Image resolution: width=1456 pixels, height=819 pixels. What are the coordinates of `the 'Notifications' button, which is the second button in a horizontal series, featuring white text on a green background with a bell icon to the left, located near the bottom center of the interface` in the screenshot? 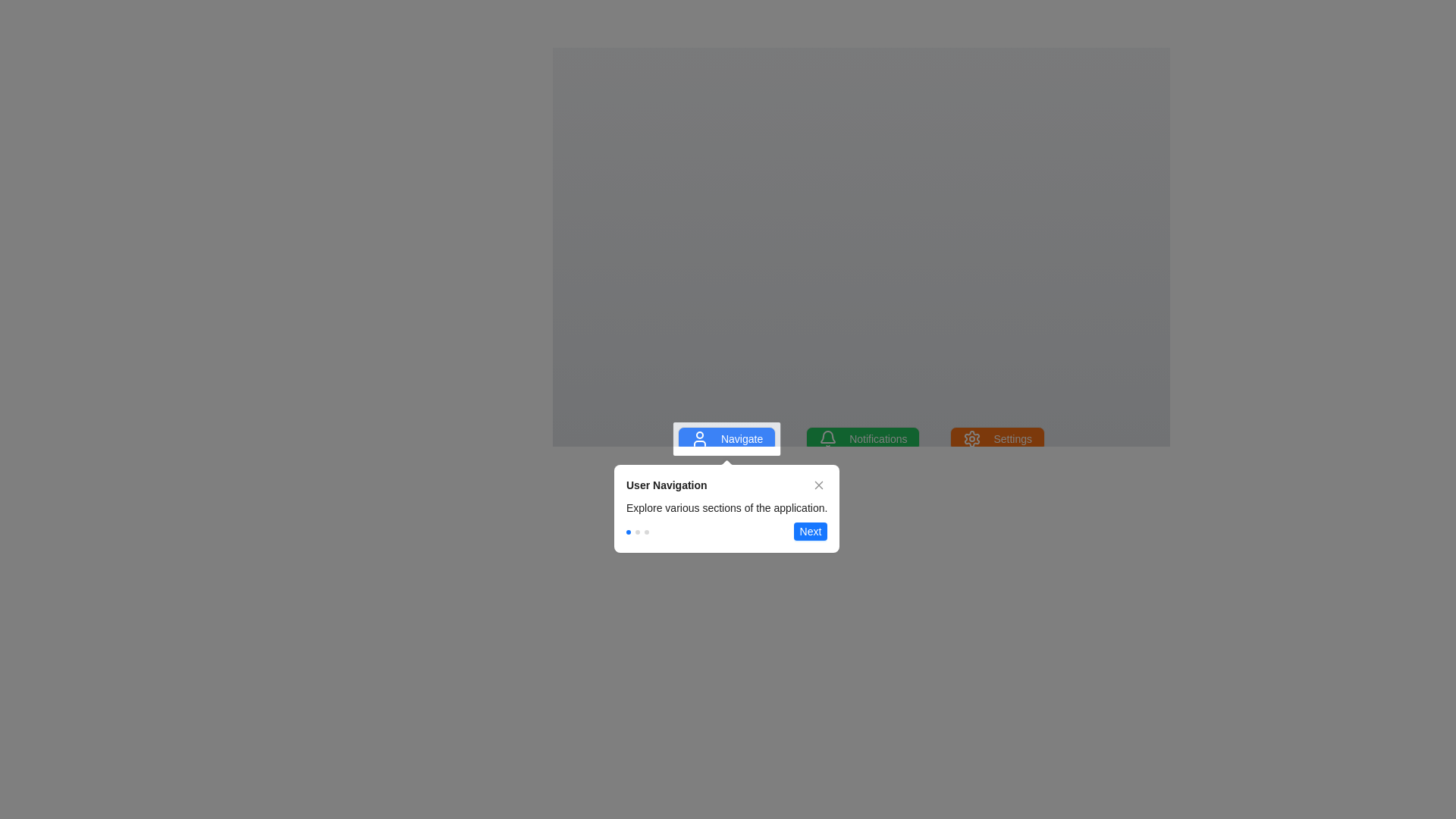 It's located at (878, 438).